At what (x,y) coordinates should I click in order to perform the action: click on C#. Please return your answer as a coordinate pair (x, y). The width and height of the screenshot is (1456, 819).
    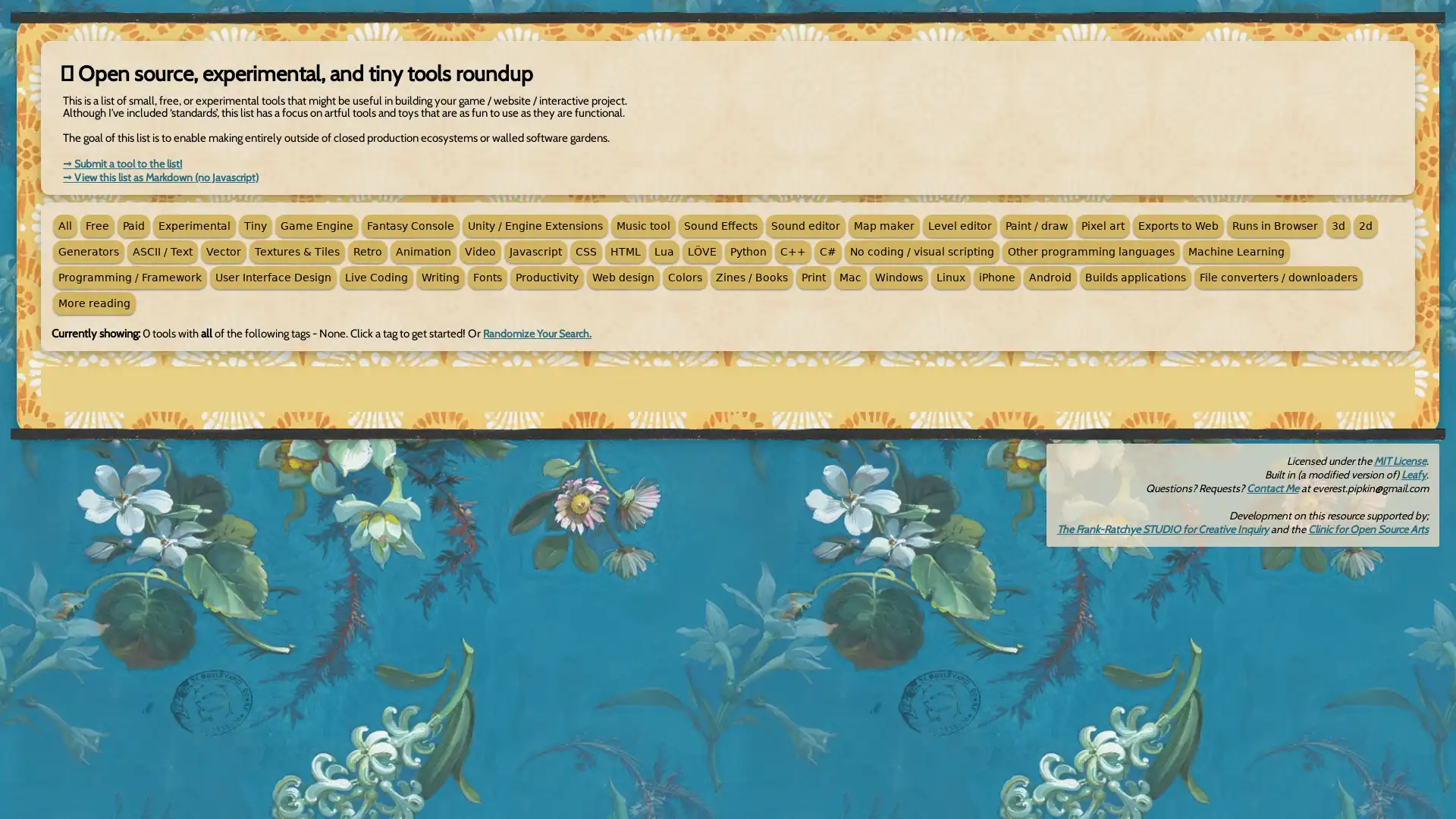
    Looking at the image, I should click on (827, 250).